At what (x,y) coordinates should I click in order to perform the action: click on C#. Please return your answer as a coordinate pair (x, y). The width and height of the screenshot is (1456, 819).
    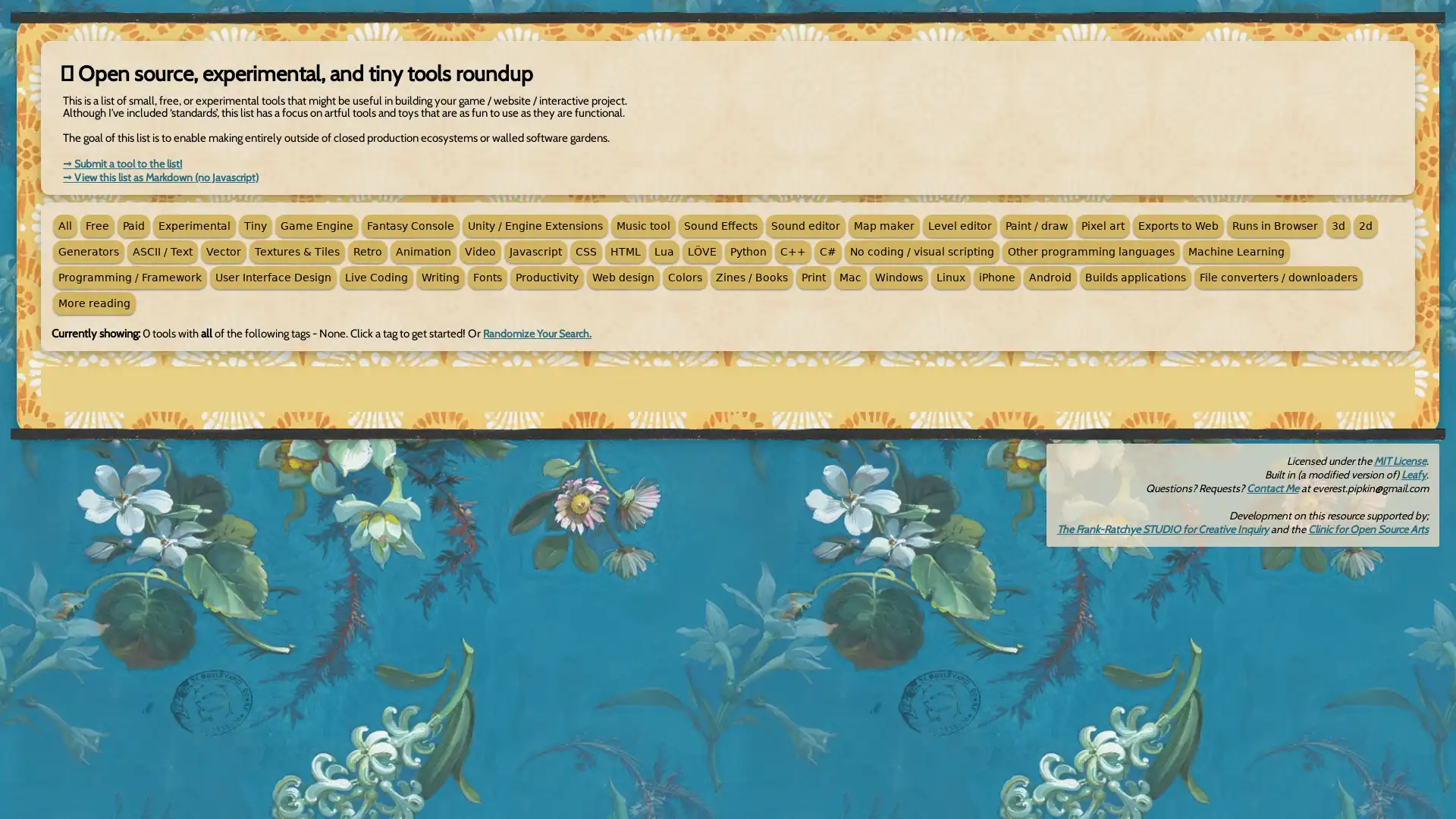
    Looking at the image, I should click on (827, 250).